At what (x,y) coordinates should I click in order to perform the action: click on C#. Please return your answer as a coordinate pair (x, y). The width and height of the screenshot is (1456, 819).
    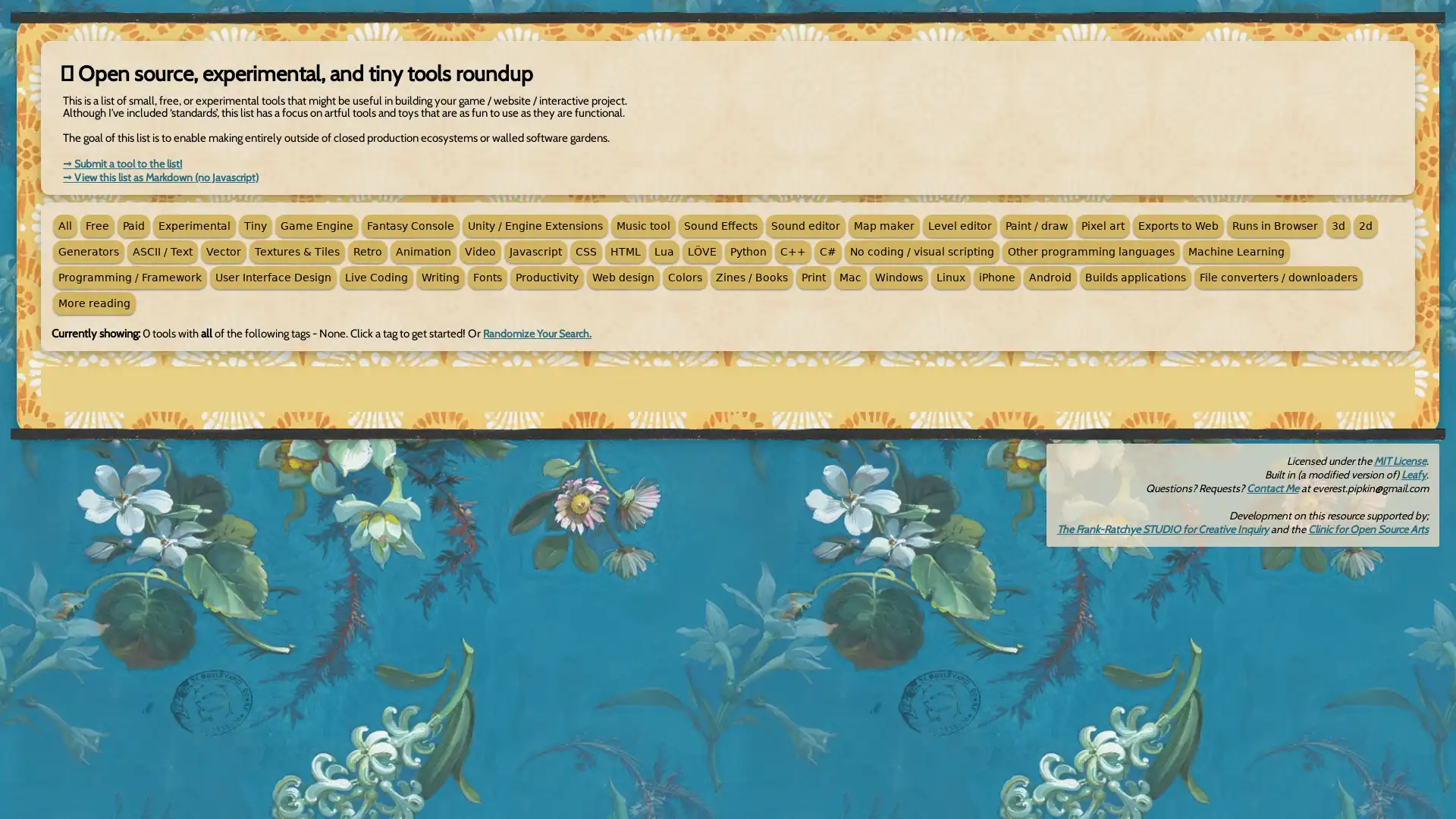
    Looking at the image, I should click on (827, 250).